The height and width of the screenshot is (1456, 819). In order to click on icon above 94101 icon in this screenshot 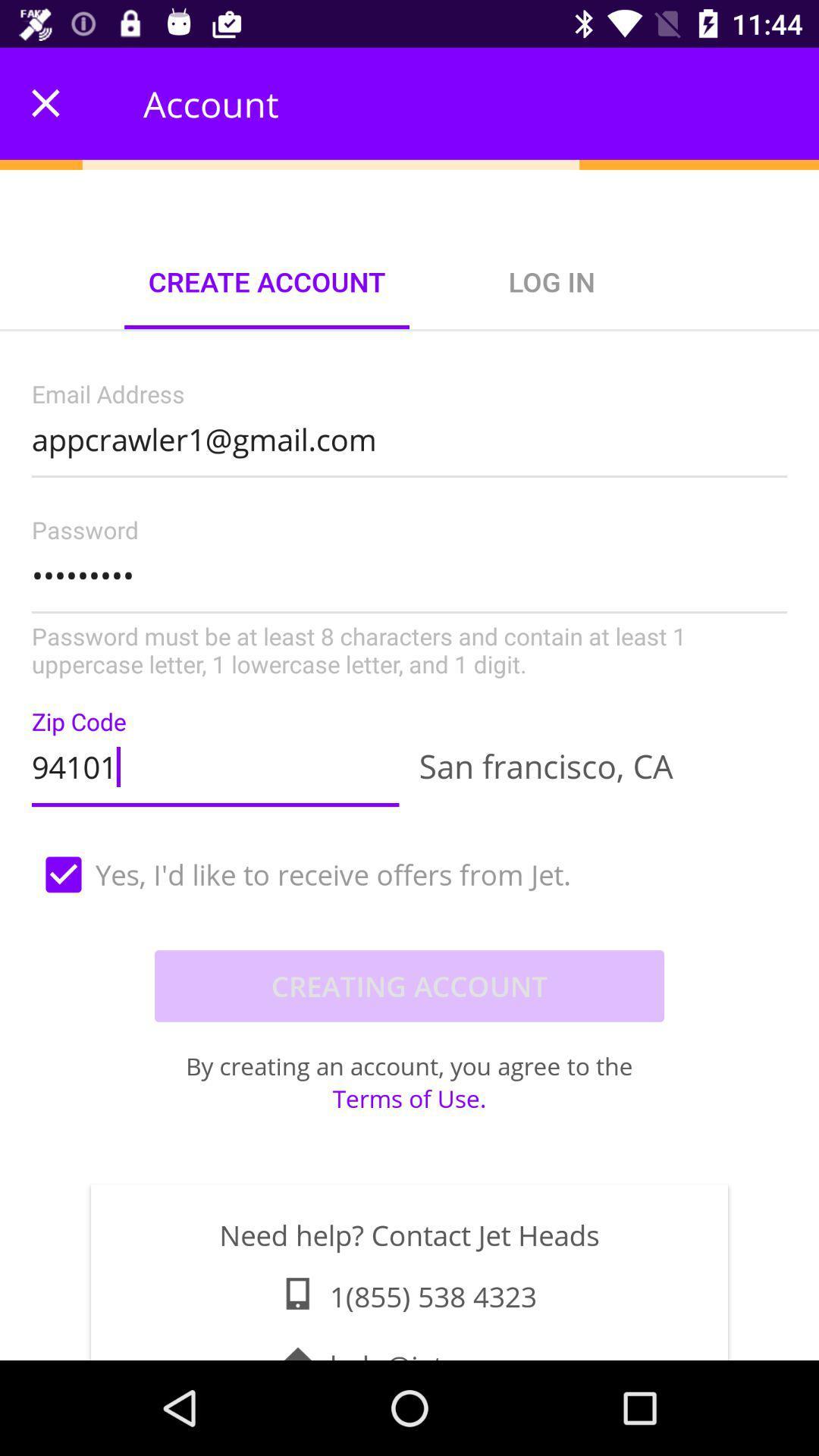, I will do `click(409, 598)`.